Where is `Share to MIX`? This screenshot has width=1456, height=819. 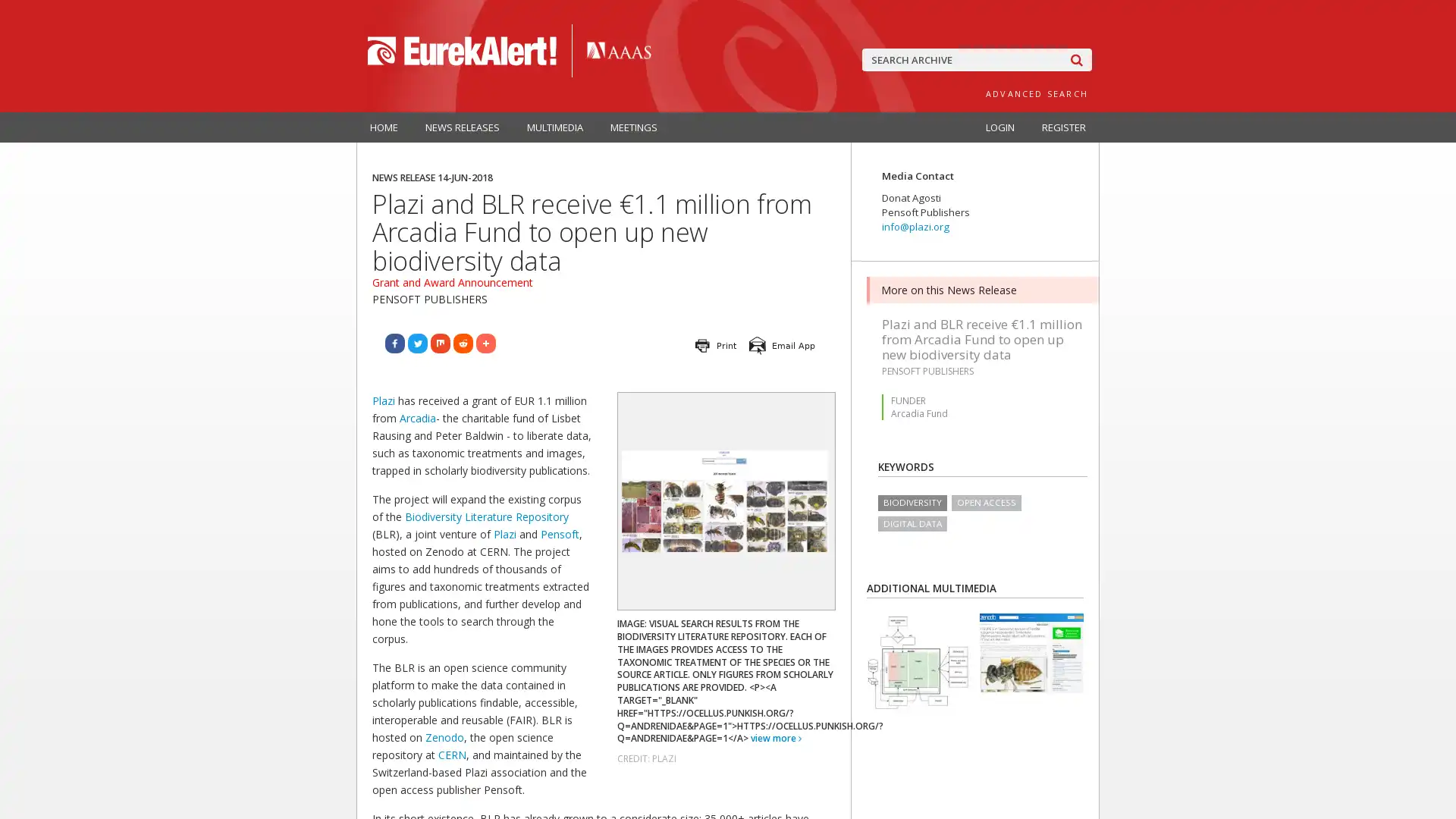 Share to MIX is located at coordinates (439, 343).